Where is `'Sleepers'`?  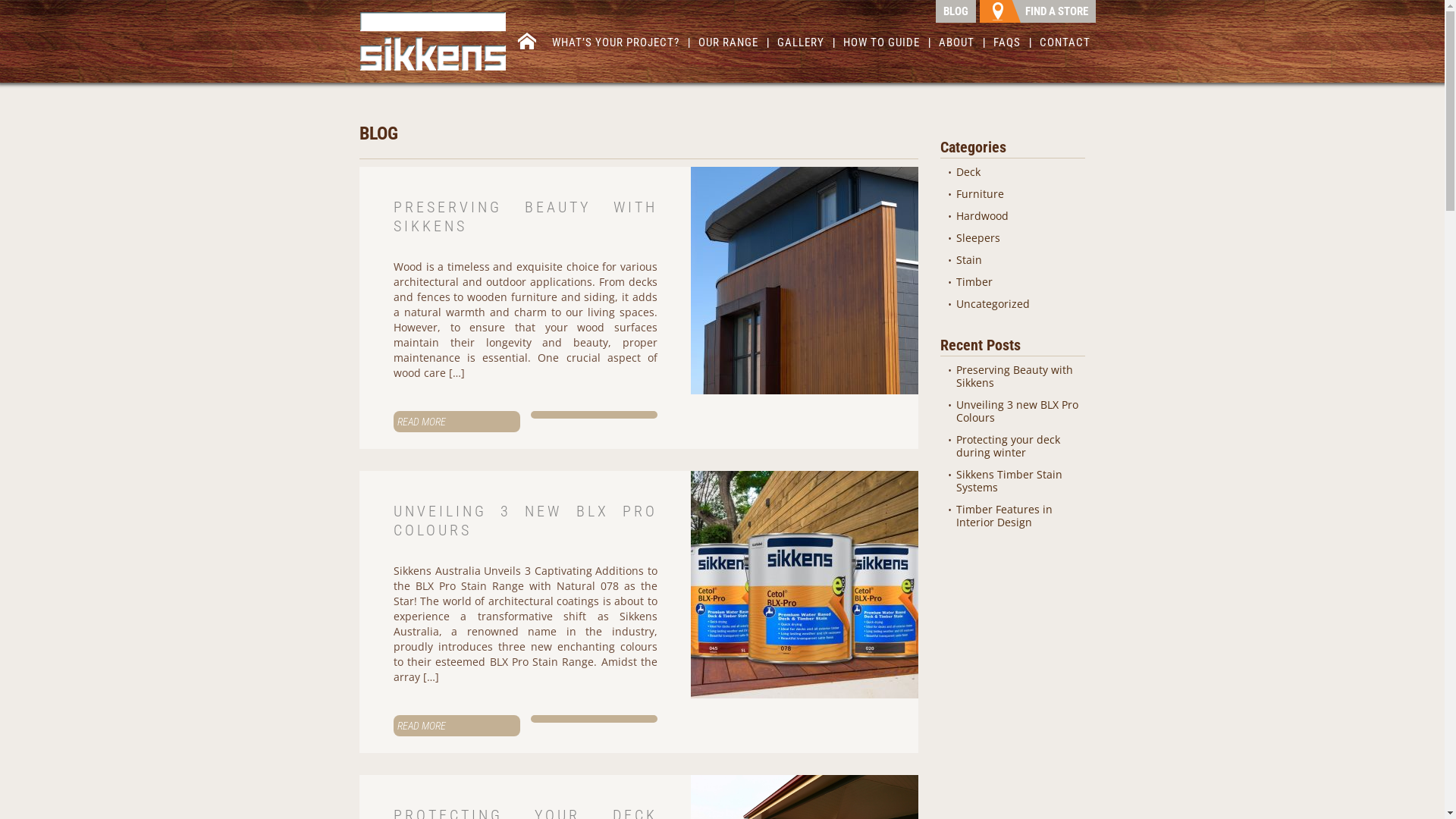
'Sleepers' is located at coordinates (955, 237).